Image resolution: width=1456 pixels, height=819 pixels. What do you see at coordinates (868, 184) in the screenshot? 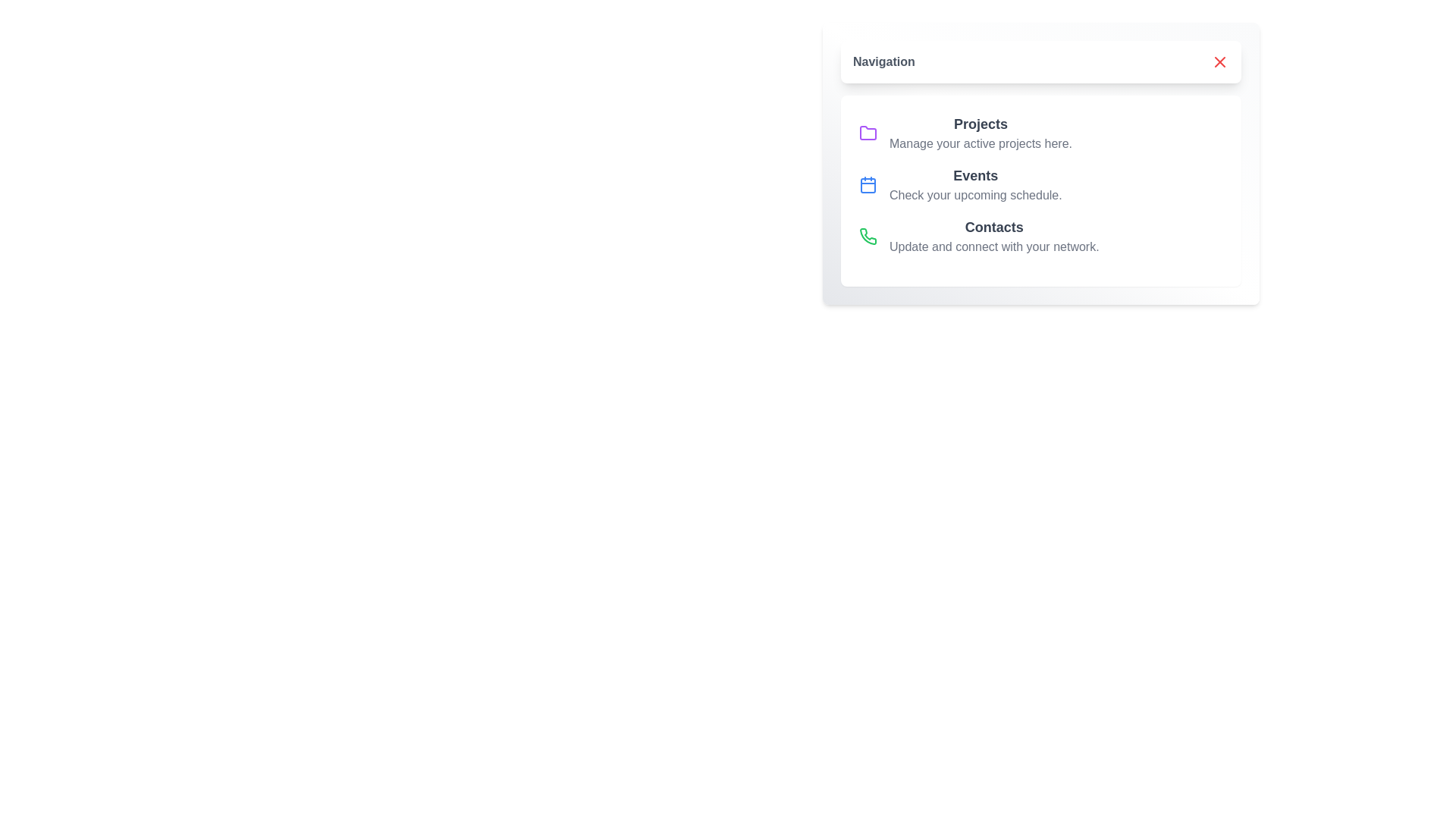
I see `the icon next to the menu item Events` at bounding box center [868, 184].